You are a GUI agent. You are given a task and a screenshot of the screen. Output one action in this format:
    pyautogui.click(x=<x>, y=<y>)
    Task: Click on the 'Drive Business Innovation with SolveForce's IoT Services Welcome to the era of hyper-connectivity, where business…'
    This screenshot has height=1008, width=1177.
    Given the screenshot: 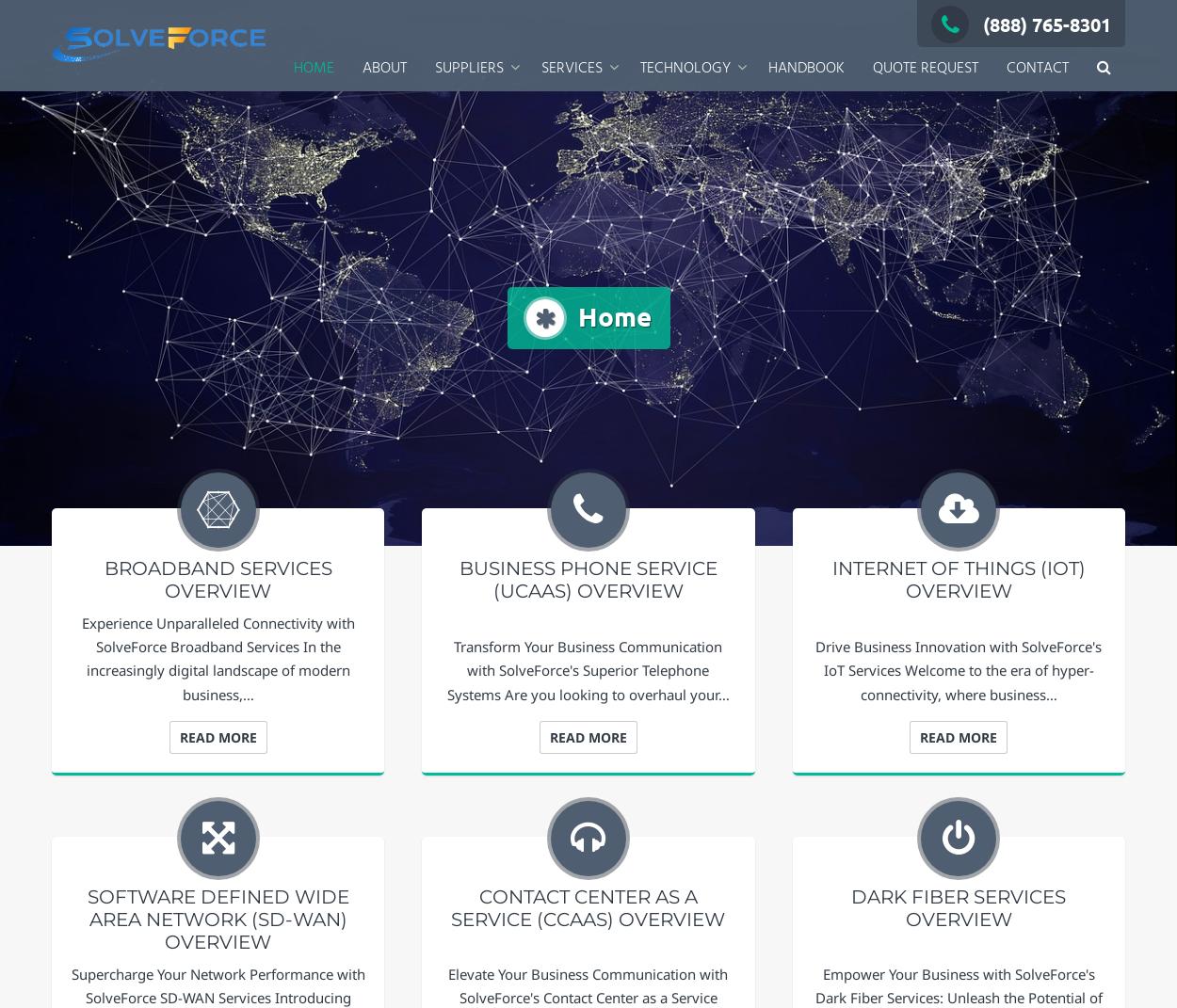 What is the action you would take?
    pyautogui.click(x=814, y=670)
    